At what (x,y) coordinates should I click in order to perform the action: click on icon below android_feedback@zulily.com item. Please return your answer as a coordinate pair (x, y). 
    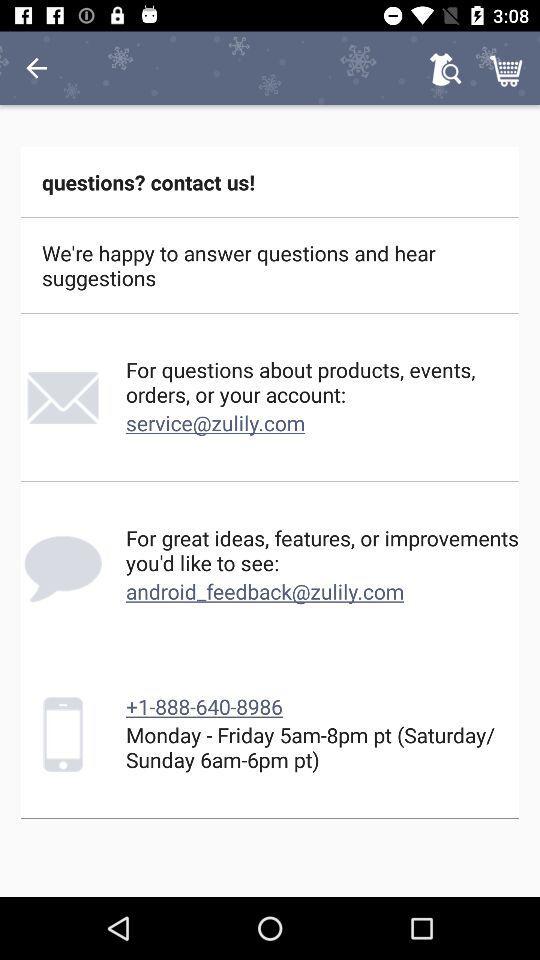
    Looking at the image, I should click on (203, 706).